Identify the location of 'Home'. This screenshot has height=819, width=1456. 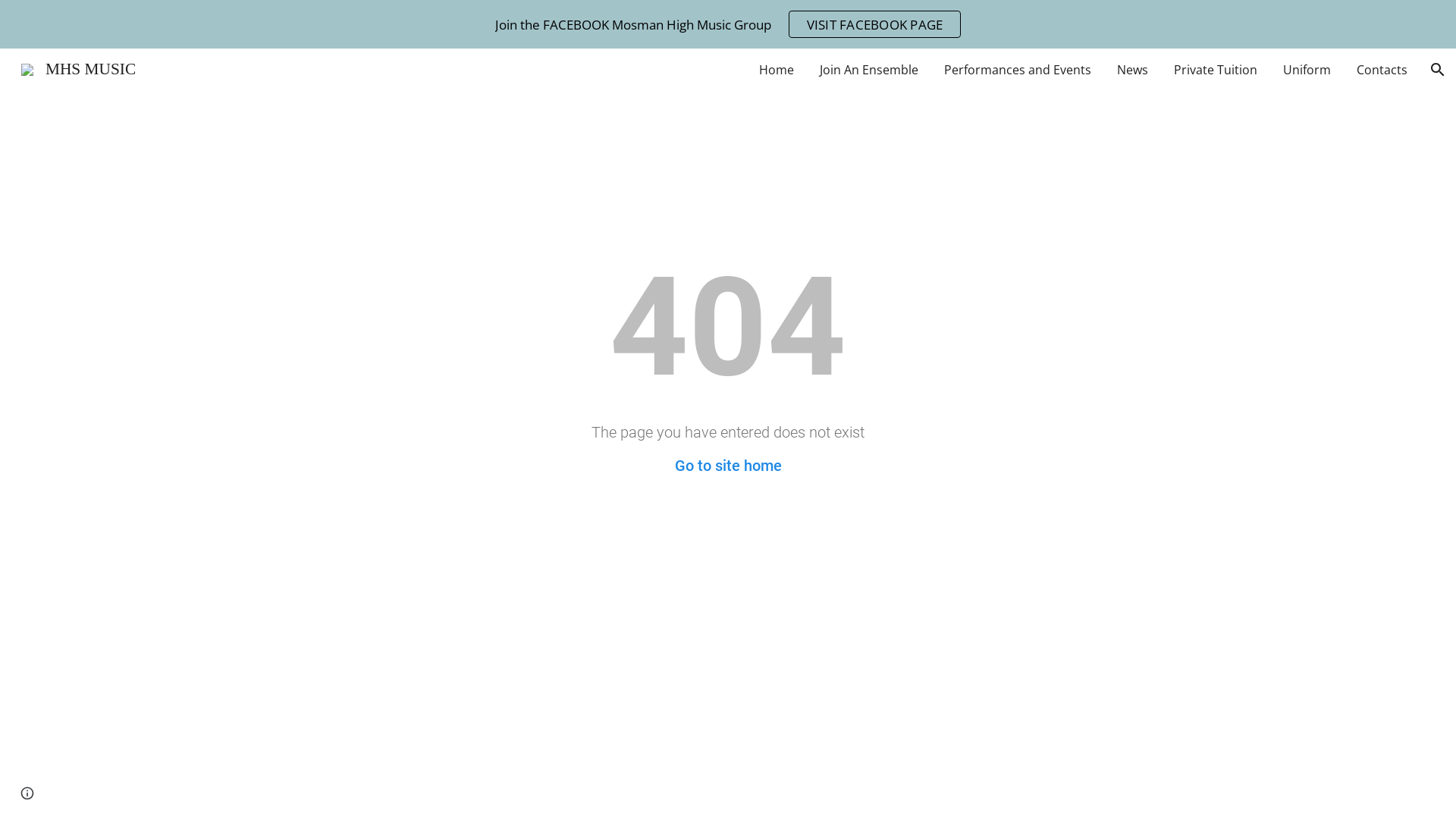
(776, 70).